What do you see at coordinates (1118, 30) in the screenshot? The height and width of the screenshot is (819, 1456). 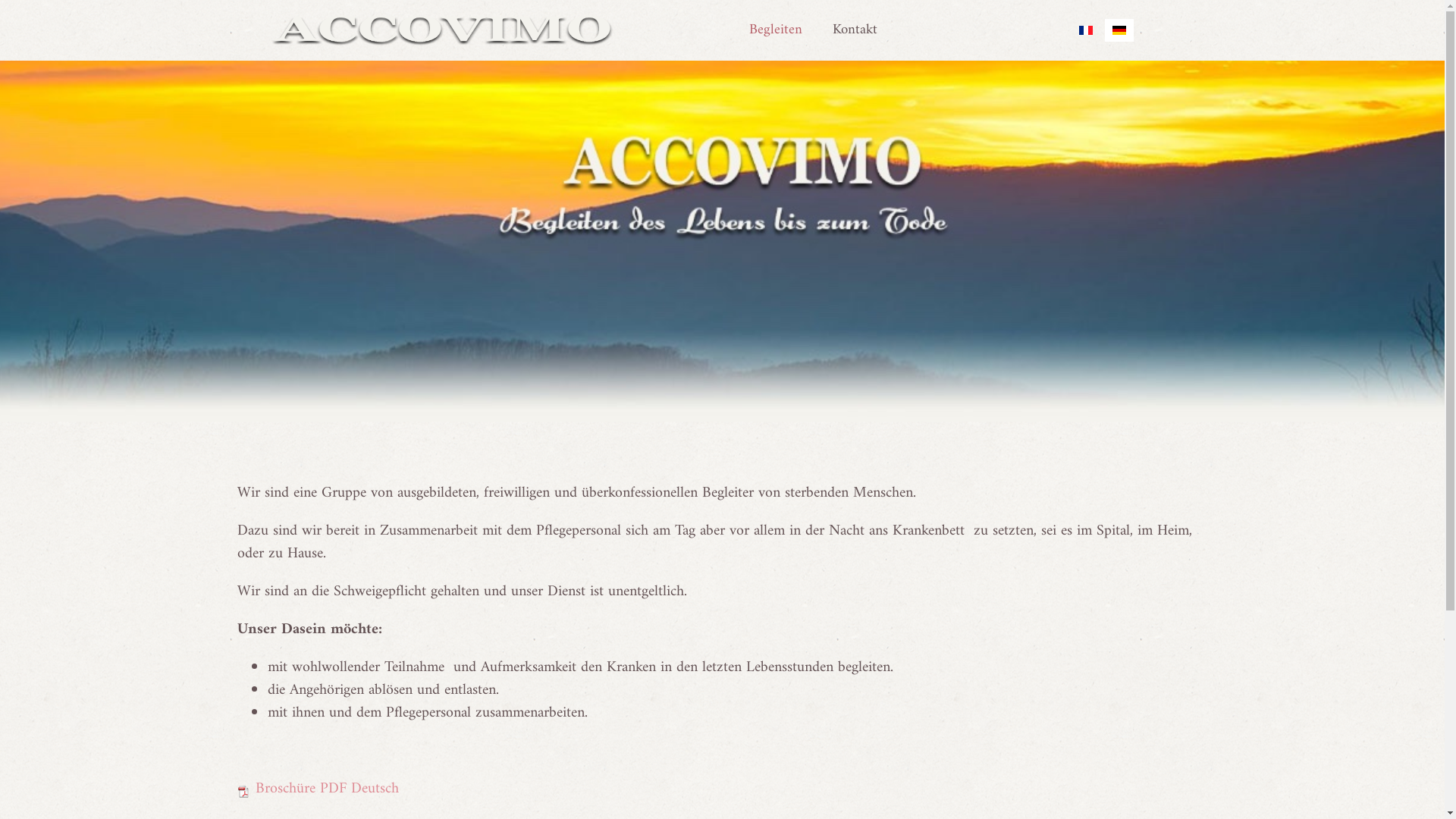 I see `'Deutsch (DE)'` at bounding box center [1118, 30].